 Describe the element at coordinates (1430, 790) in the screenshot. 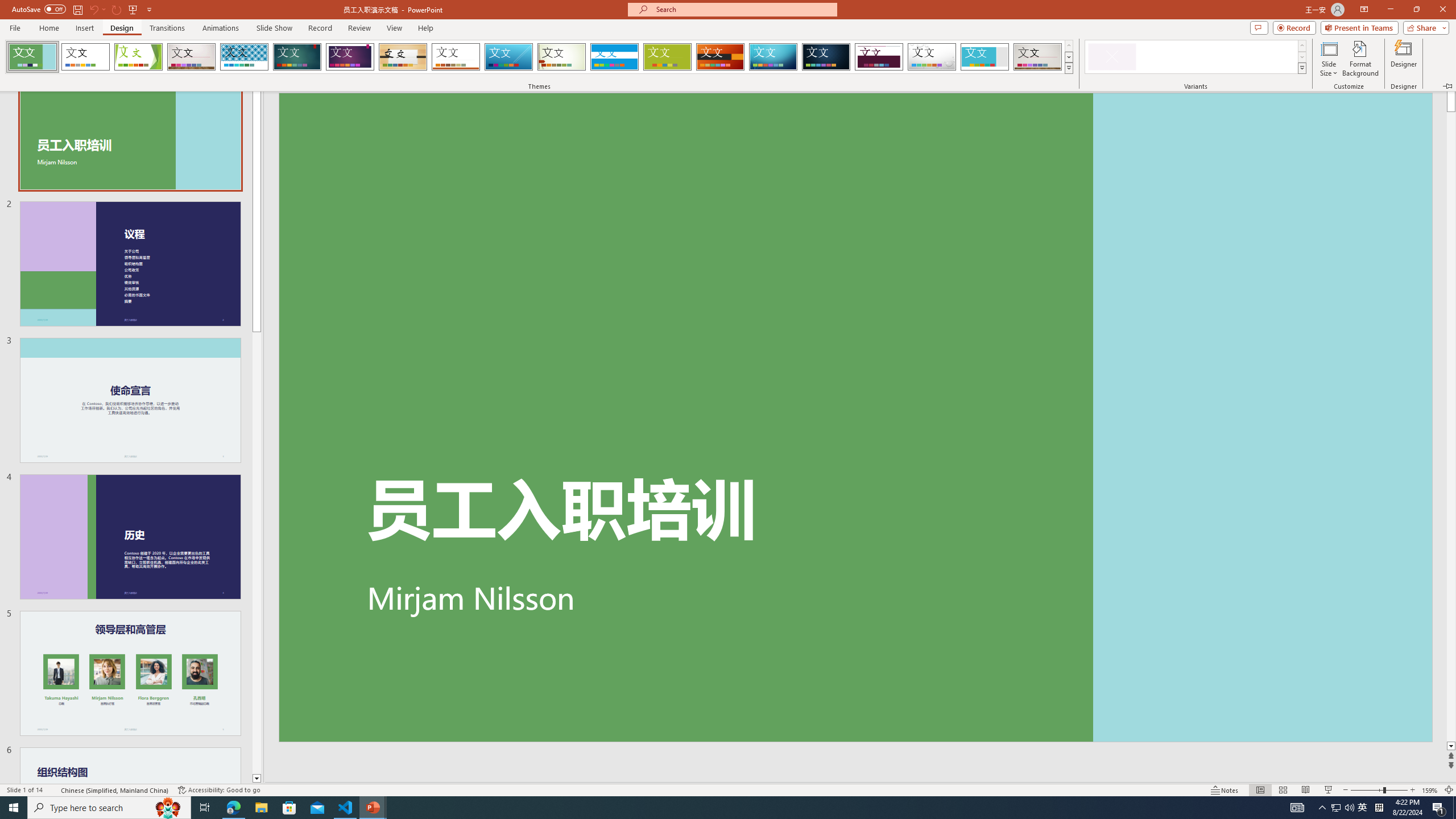

I see `'Zoom 159%'` at that location.